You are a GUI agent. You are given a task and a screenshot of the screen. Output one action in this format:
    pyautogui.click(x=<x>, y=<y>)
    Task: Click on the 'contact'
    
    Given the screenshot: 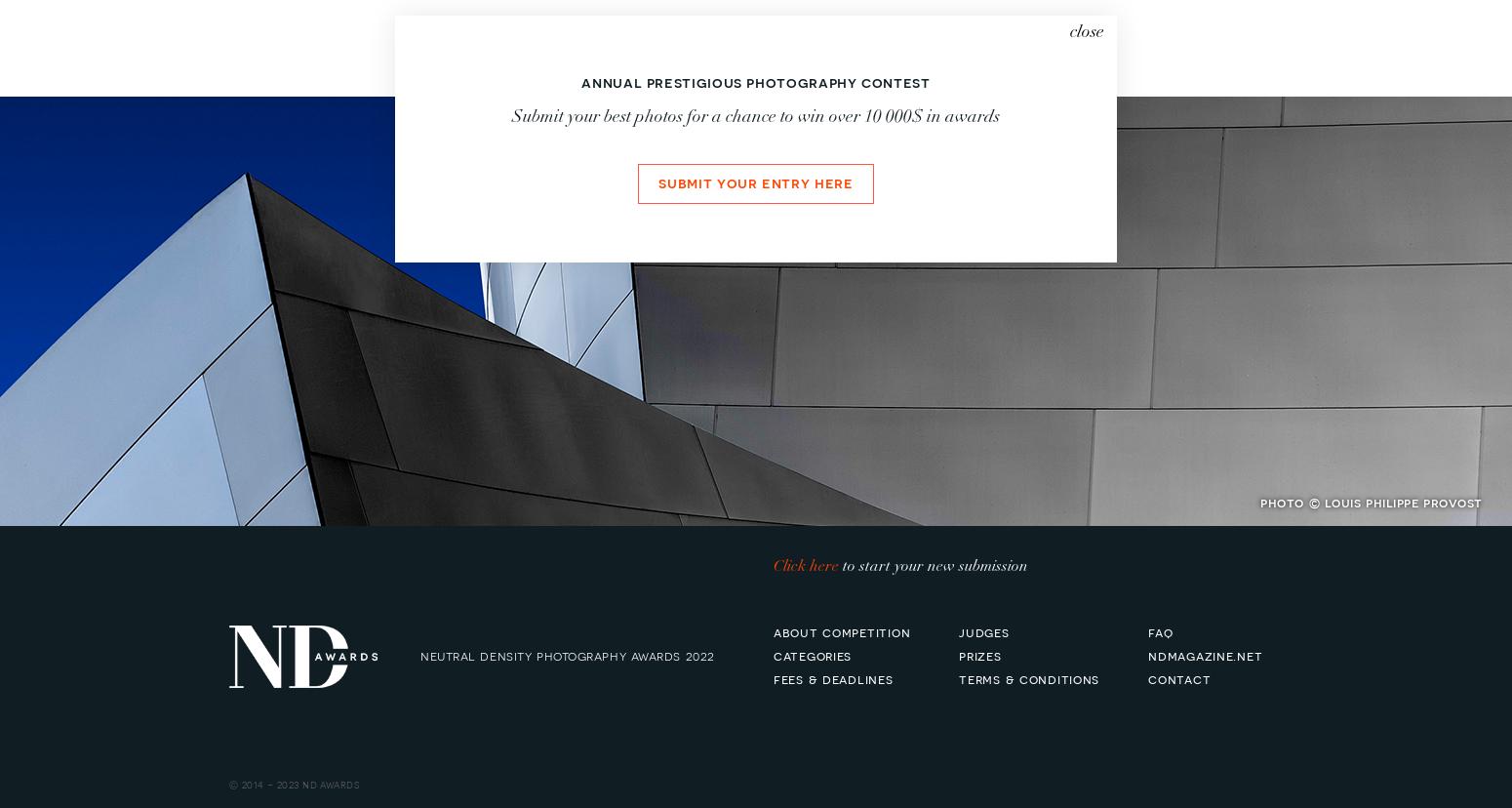 What is the action you would take?
    pyautogui.click(x=1179, y=677)
    